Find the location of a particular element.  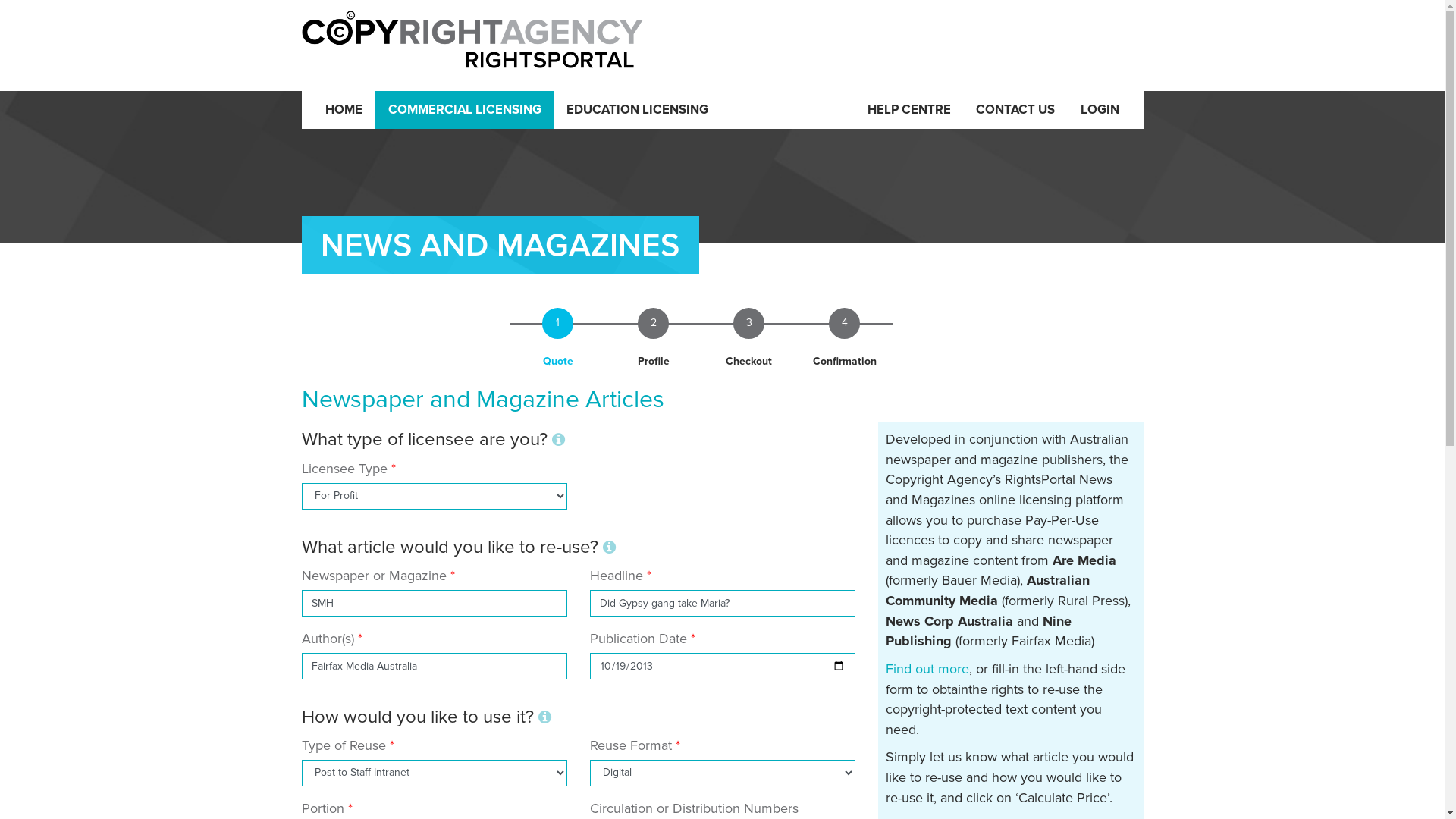

'HELP CENTRE' is located at coordinates (909, 109).